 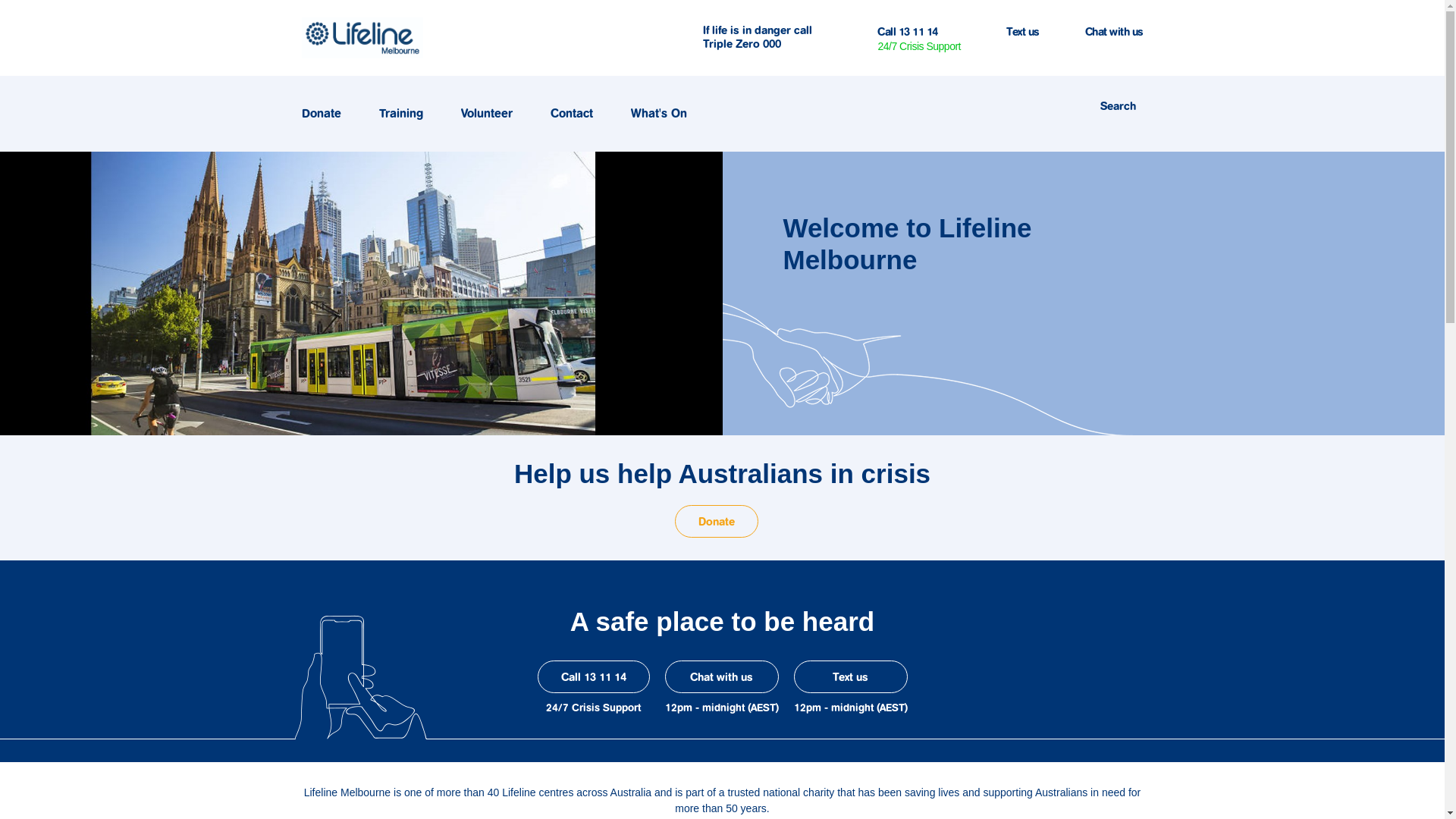 I want to click on 'Chat with us', so click(x=720, y=676).